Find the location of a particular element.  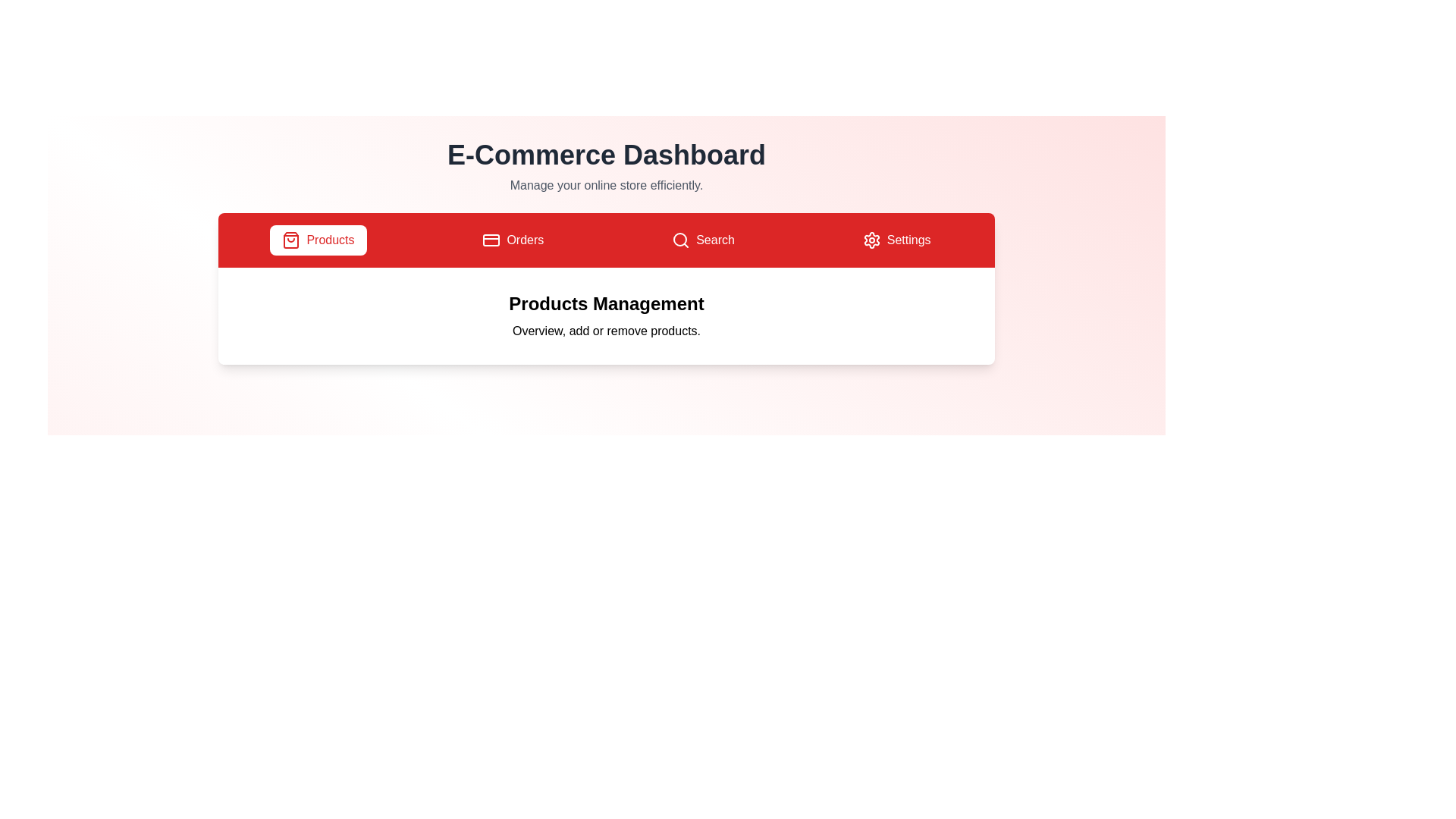

the bold textual header reading 'Products Management' which is positioned centrally beneath the red navigation bar is located at coordinates (607, 304).